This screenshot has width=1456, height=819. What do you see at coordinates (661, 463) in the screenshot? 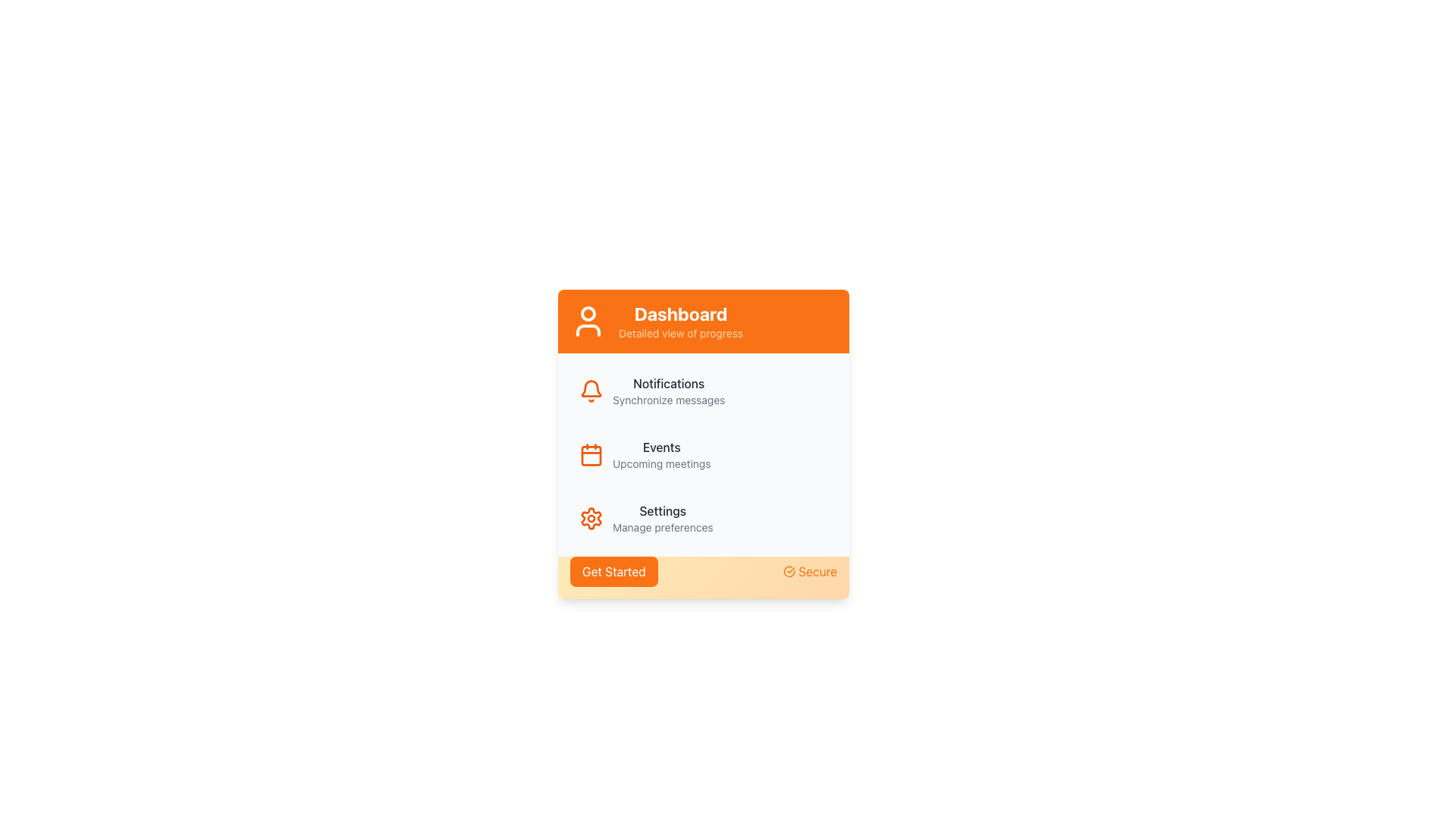
I see `the Text Label located directly below the 'Events' label in the user dashboard, which provides additional details about the Events category` at bounding box center [661, 463].